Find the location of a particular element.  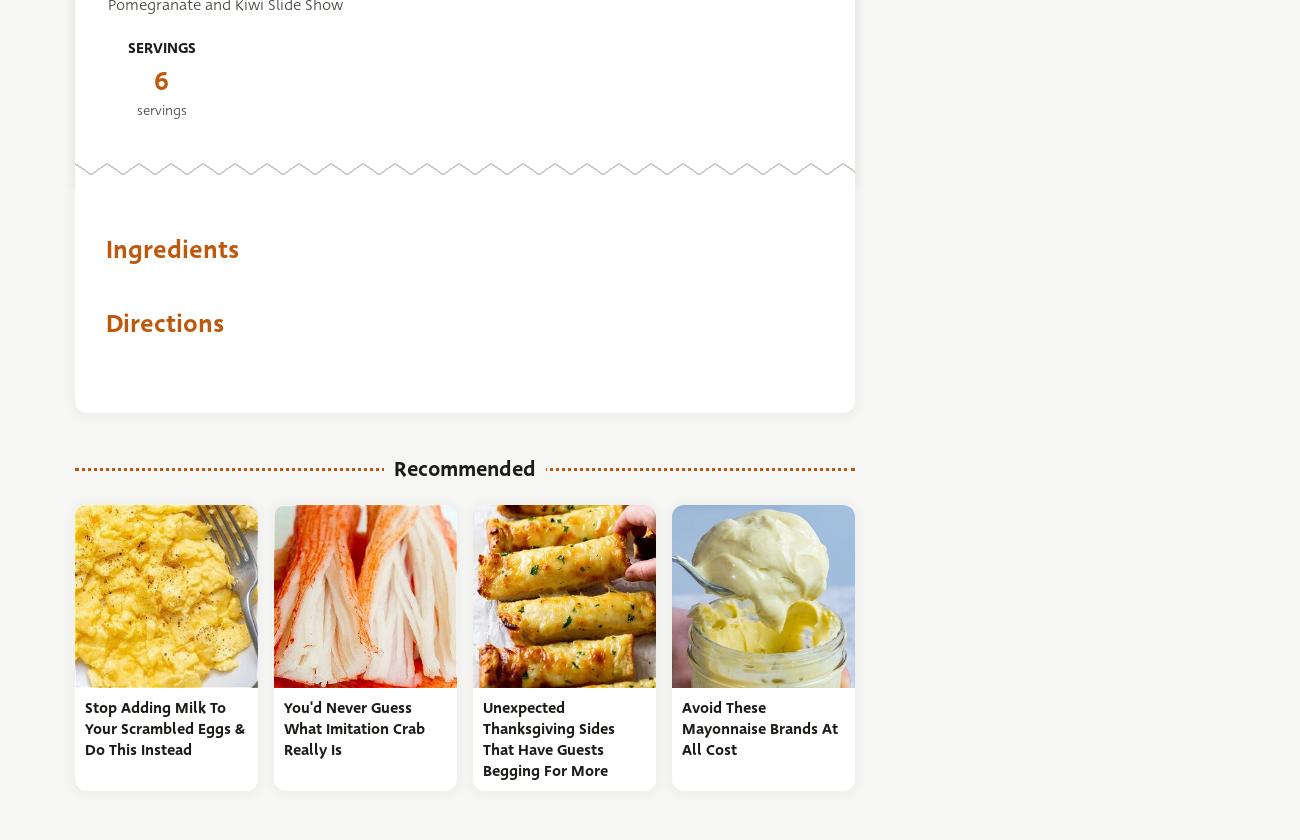

'Recommended' is located at coordinates (464, 468).